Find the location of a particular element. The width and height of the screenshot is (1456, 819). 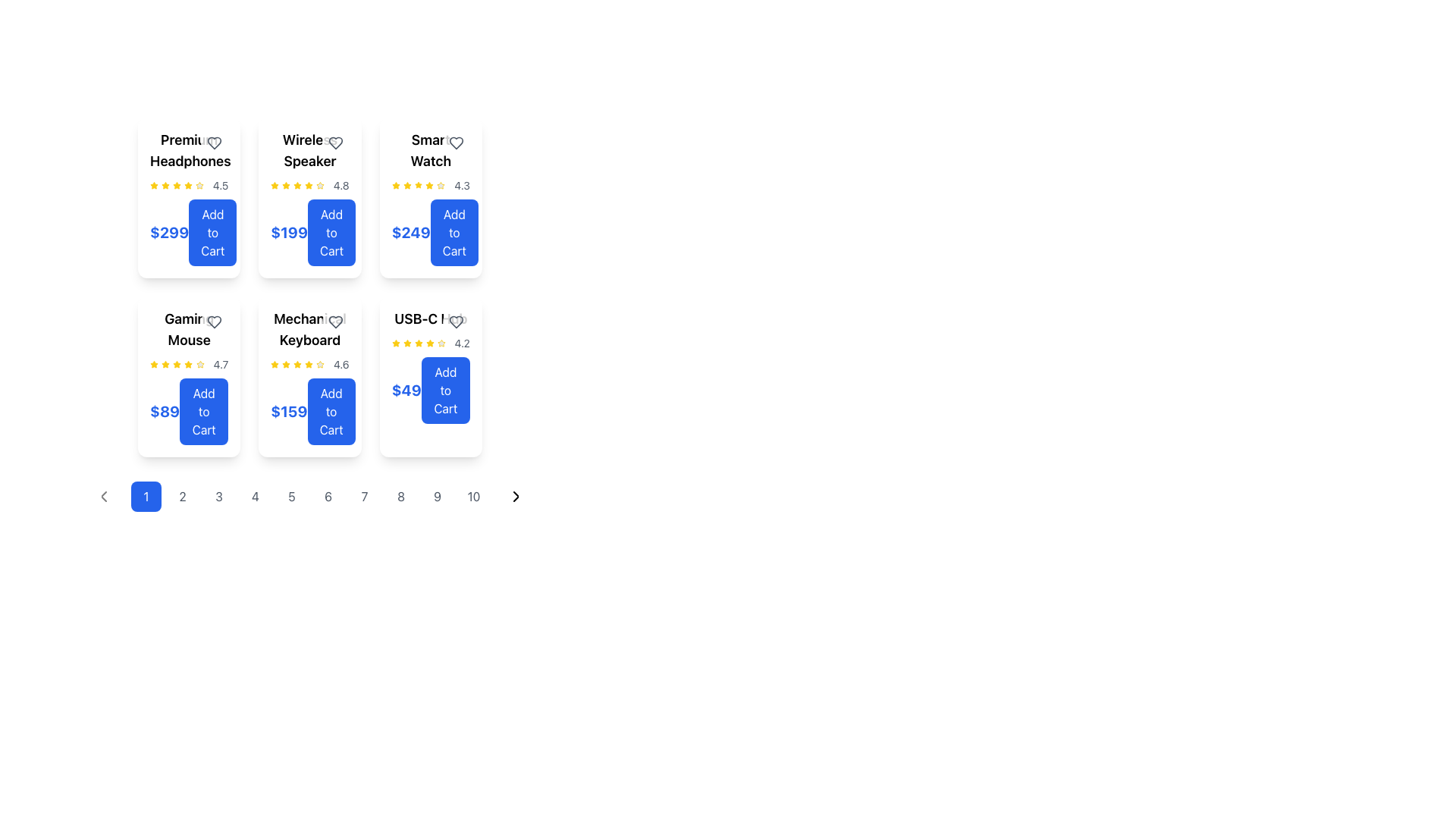

the star rating icon representing the product rating for the 'Gaming Mouse', which is positioned above the price and below the product name is located at coordinates (154, 364).